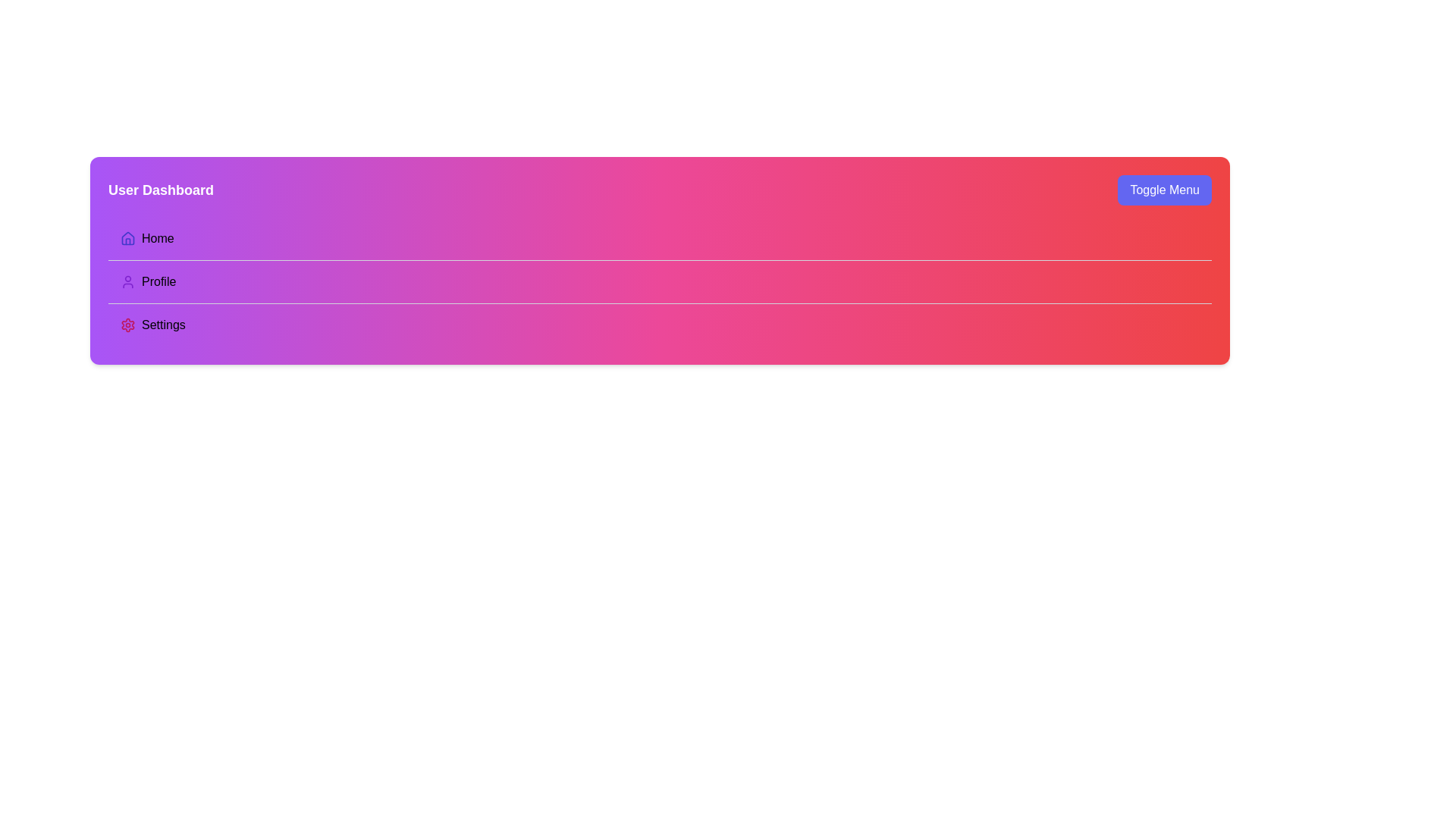  Describe the element at coordinates (127, 237) in the screenshot. I see `the house icon in the navigation menu, which is positioned to the left of the 'Home' text` at that location.